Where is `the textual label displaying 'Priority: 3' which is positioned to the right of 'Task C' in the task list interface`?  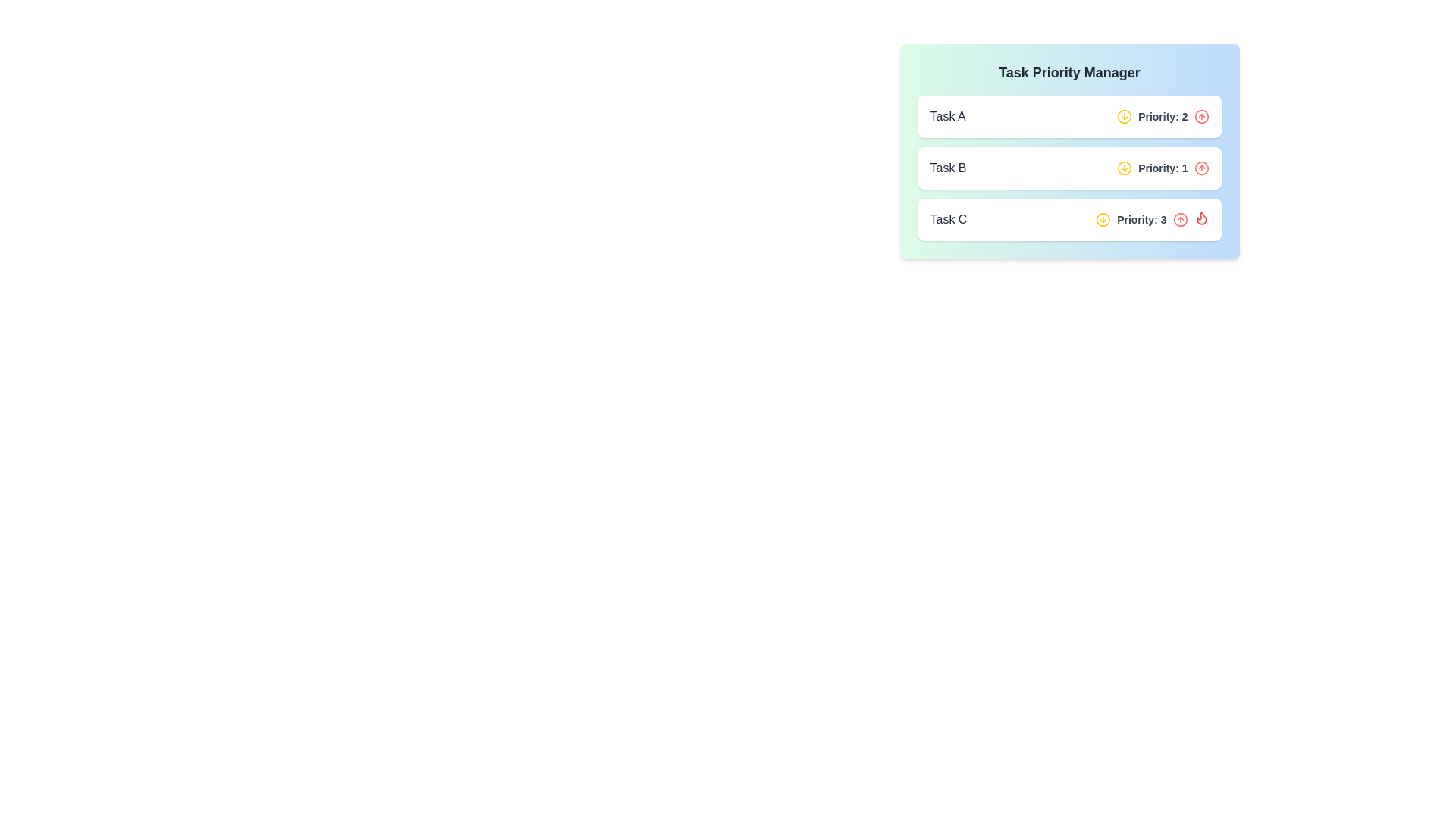
the textual label displaying 'Priority: 3' which is positioned to the right of 'Task C' in the task list interface is located at coordinates (1141, 219).